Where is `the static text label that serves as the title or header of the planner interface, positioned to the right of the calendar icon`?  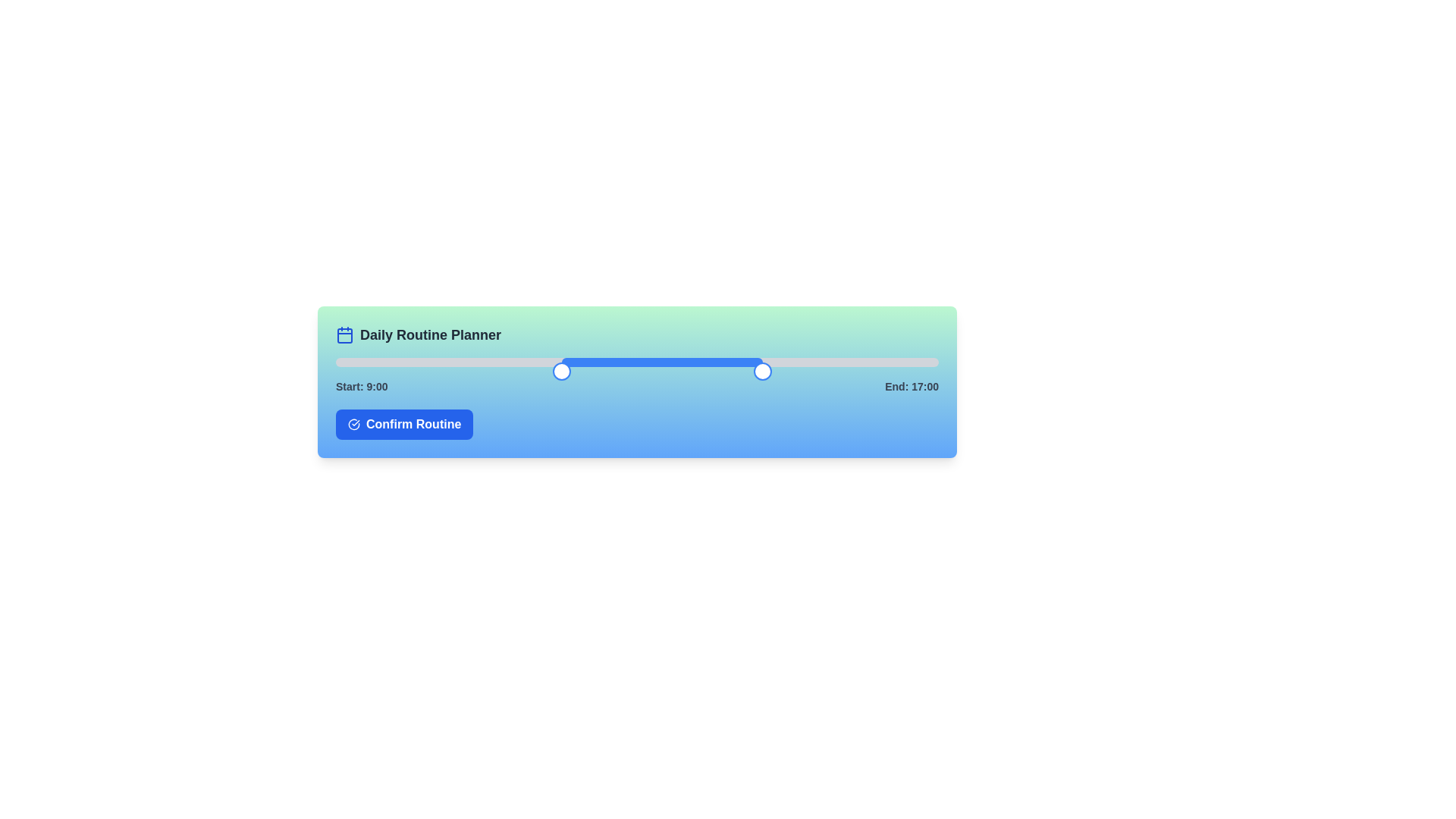 the static text label that serves as the title or header of the planner interface, positioned to the right of the calendar icon is located at coordinates (429, 334).